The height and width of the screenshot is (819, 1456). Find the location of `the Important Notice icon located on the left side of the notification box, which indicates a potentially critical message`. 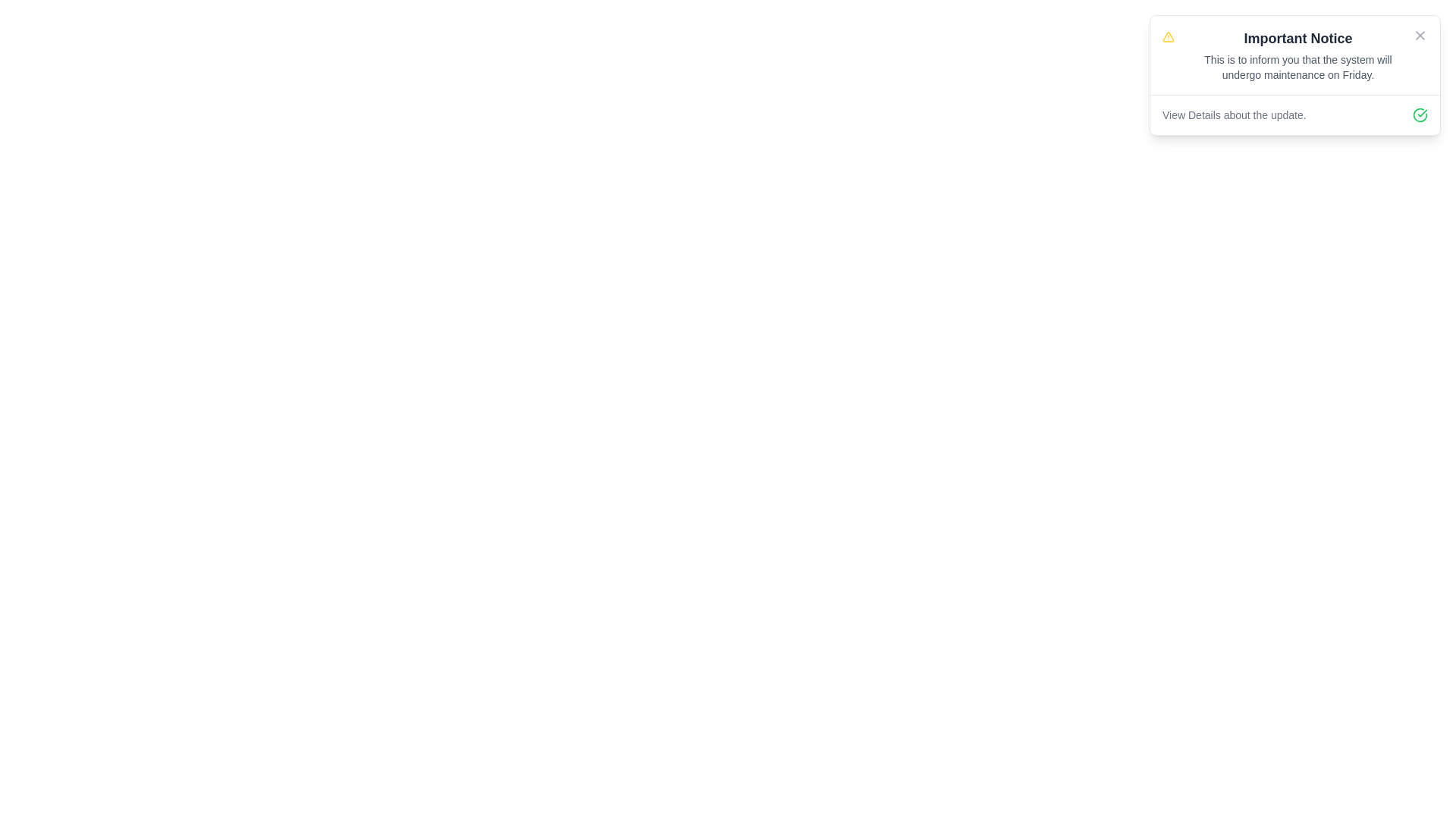

the Important Notice icon located on the left side of the notification box, which indicates a potentially critical message is located at coordinates (1167, 36).